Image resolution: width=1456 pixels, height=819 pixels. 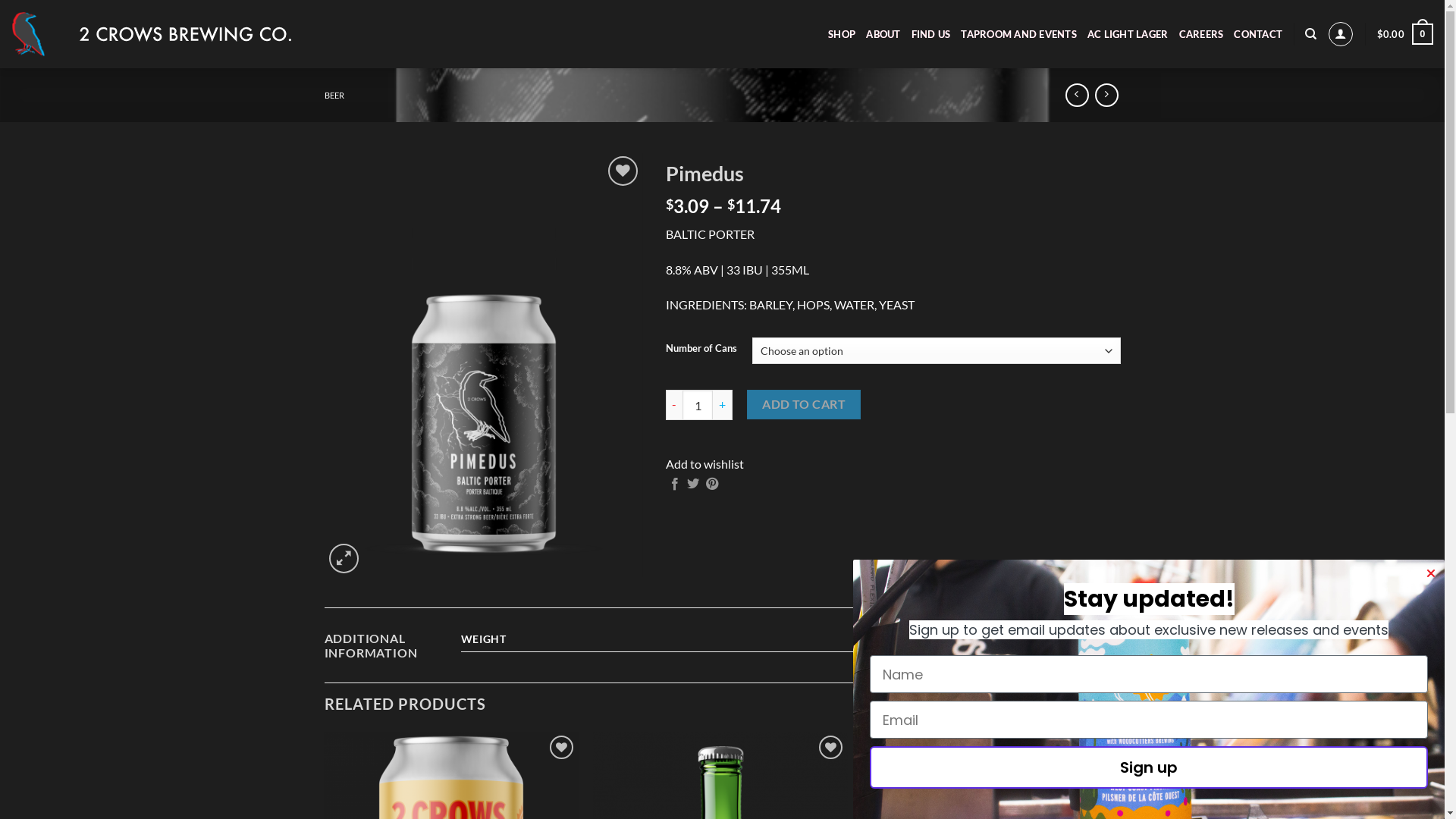 I want to click on 'ABOUT', so click(x=883, y=34).